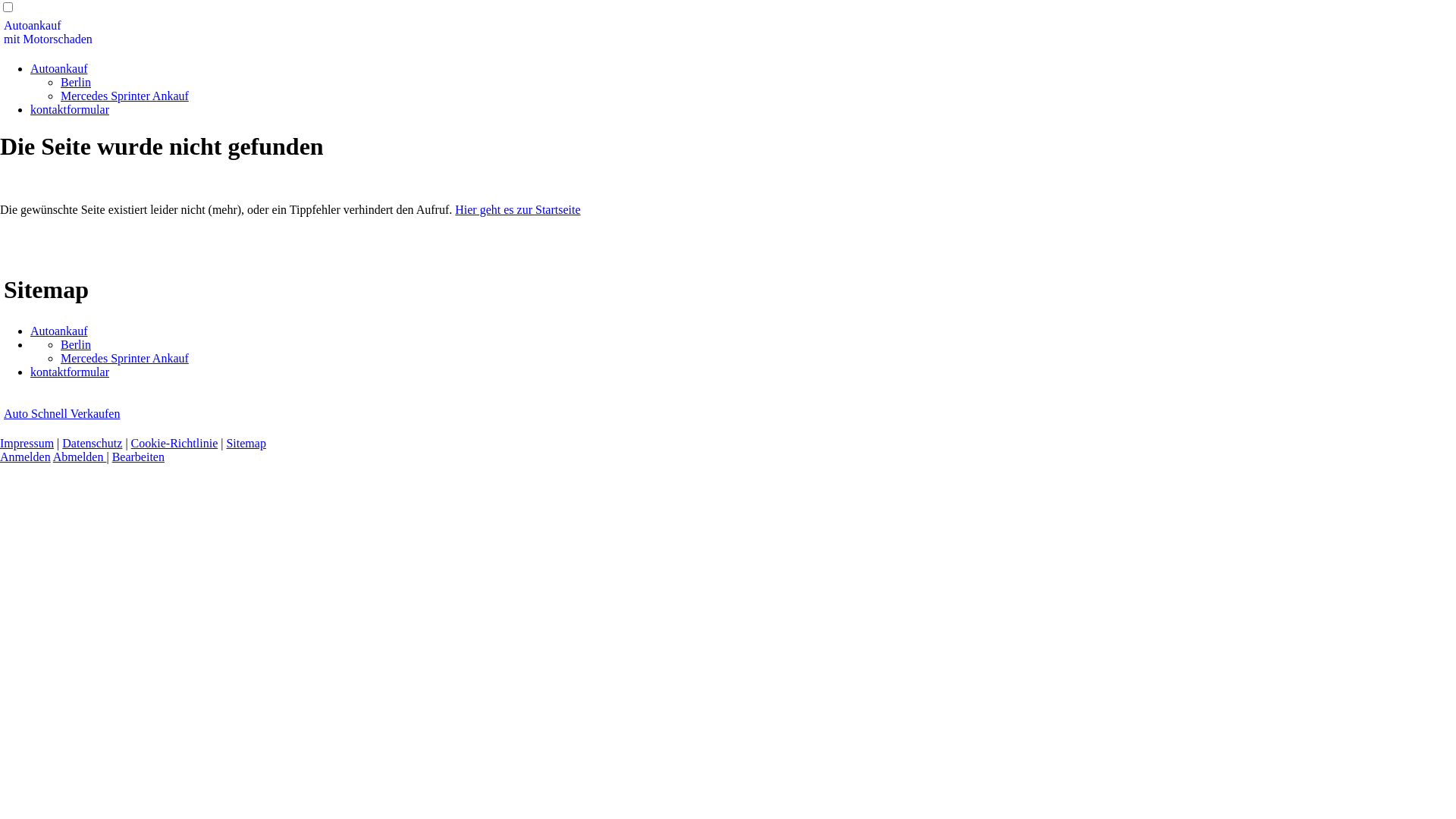 Image resolution: width=1456 pixels, height=819 pixels. I want to click on 'Auto Schnell Verkaufen', so click(61, 413).